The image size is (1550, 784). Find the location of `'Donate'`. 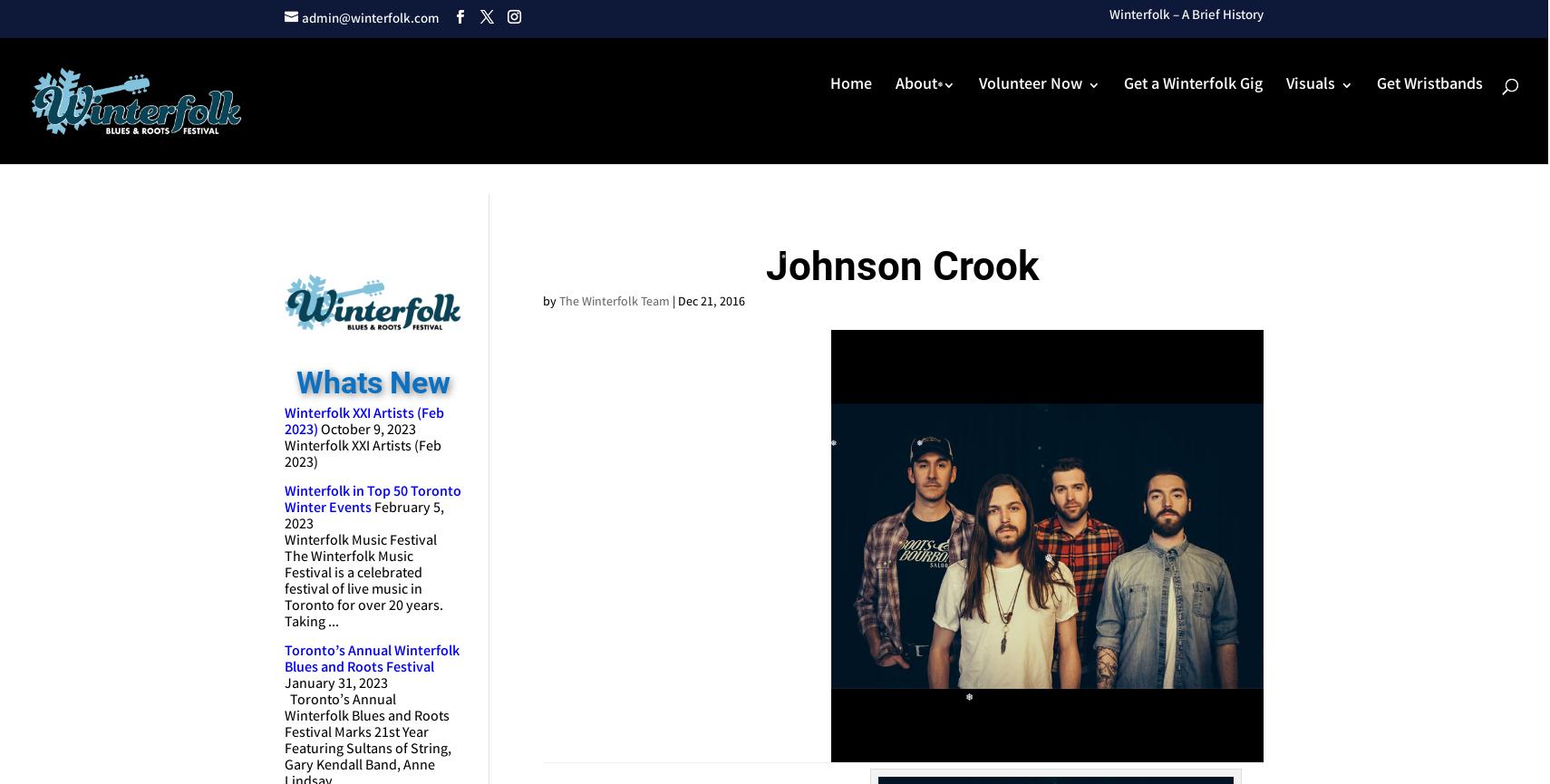

'Donate' is located at coordinates (955, 378).